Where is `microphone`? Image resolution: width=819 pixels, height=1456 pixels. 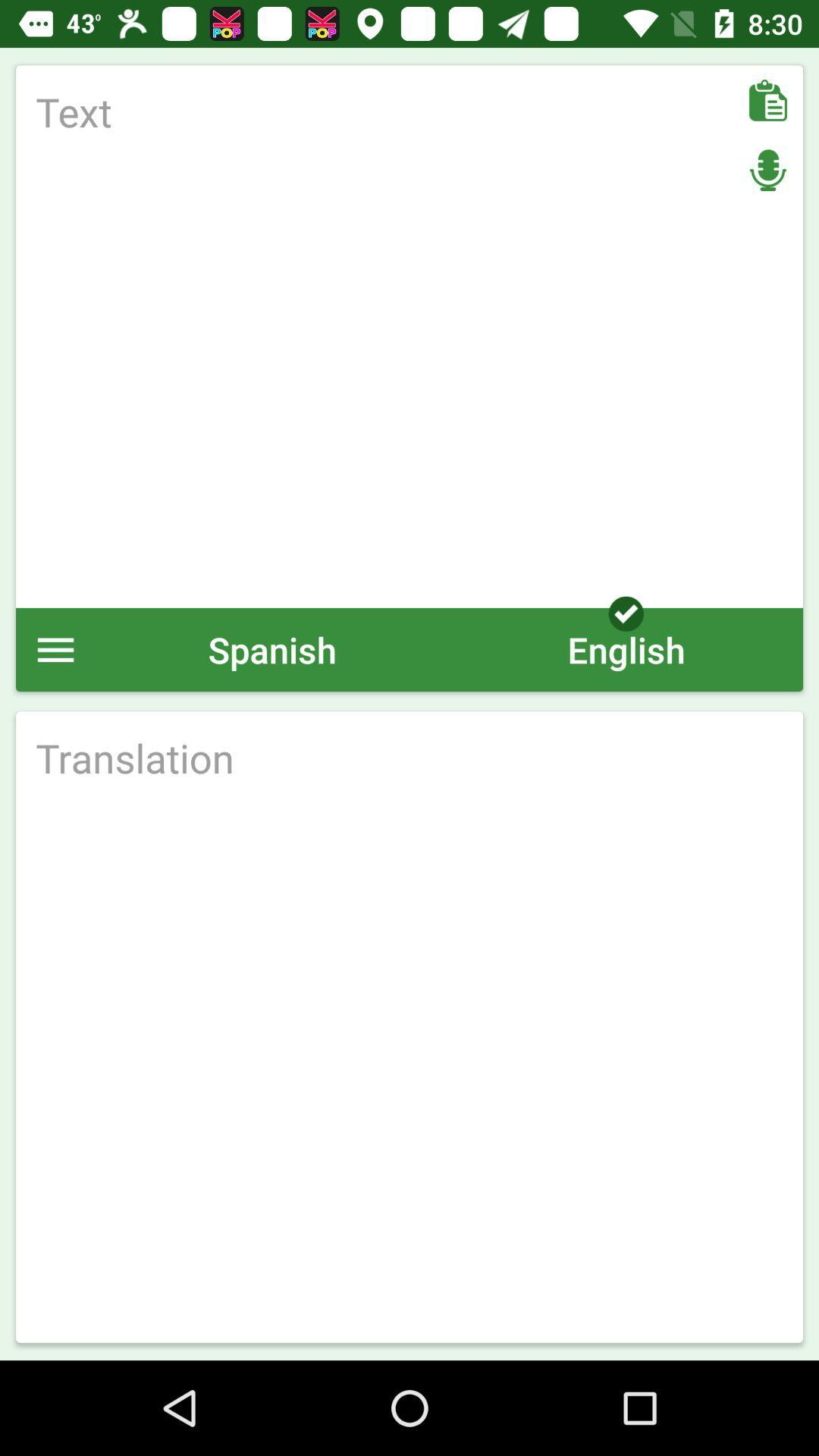
microphone is located at coordinates (767, 170).